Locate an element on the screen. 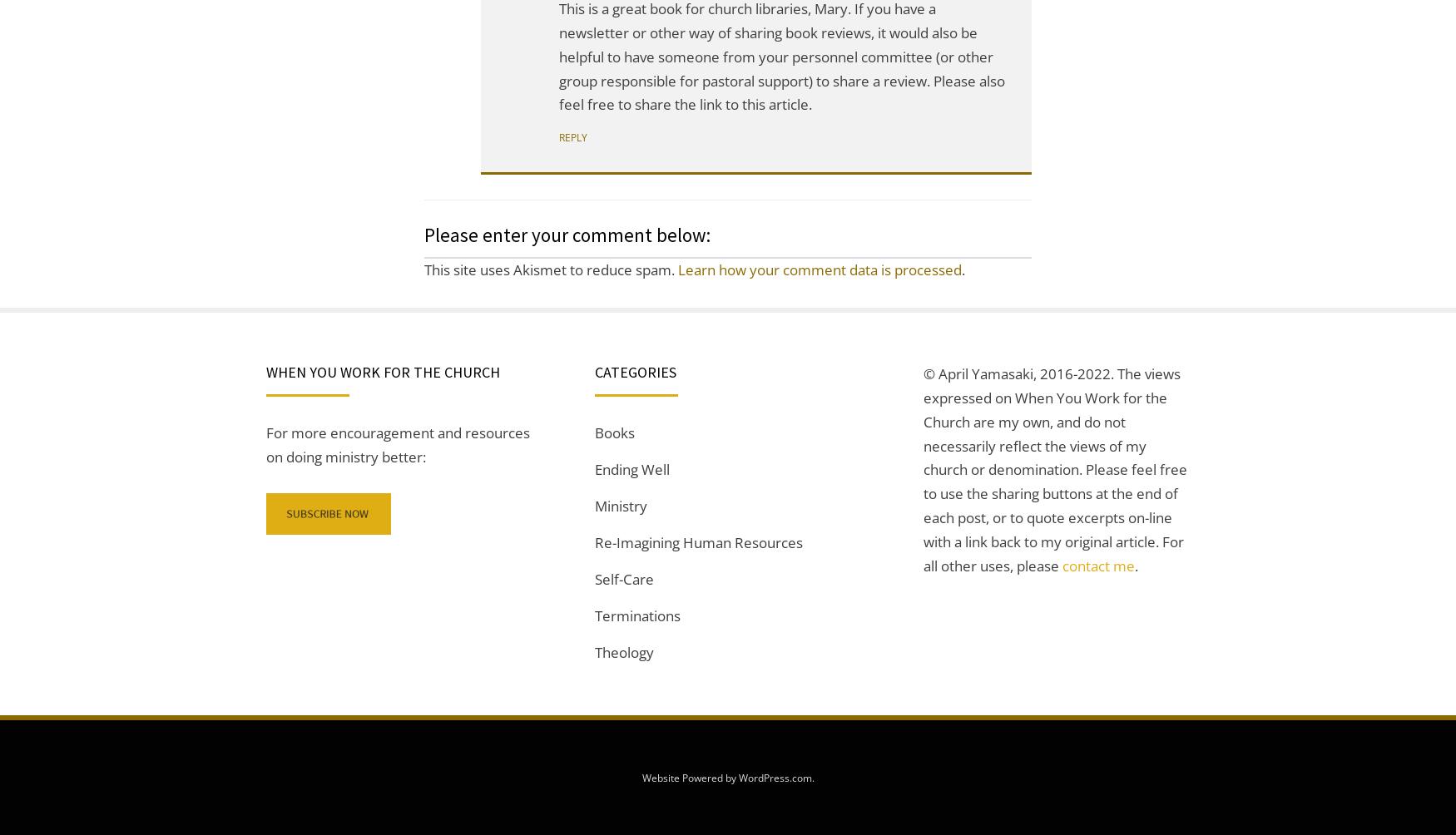  'Self-Care' is located at coordinates (624, 577).